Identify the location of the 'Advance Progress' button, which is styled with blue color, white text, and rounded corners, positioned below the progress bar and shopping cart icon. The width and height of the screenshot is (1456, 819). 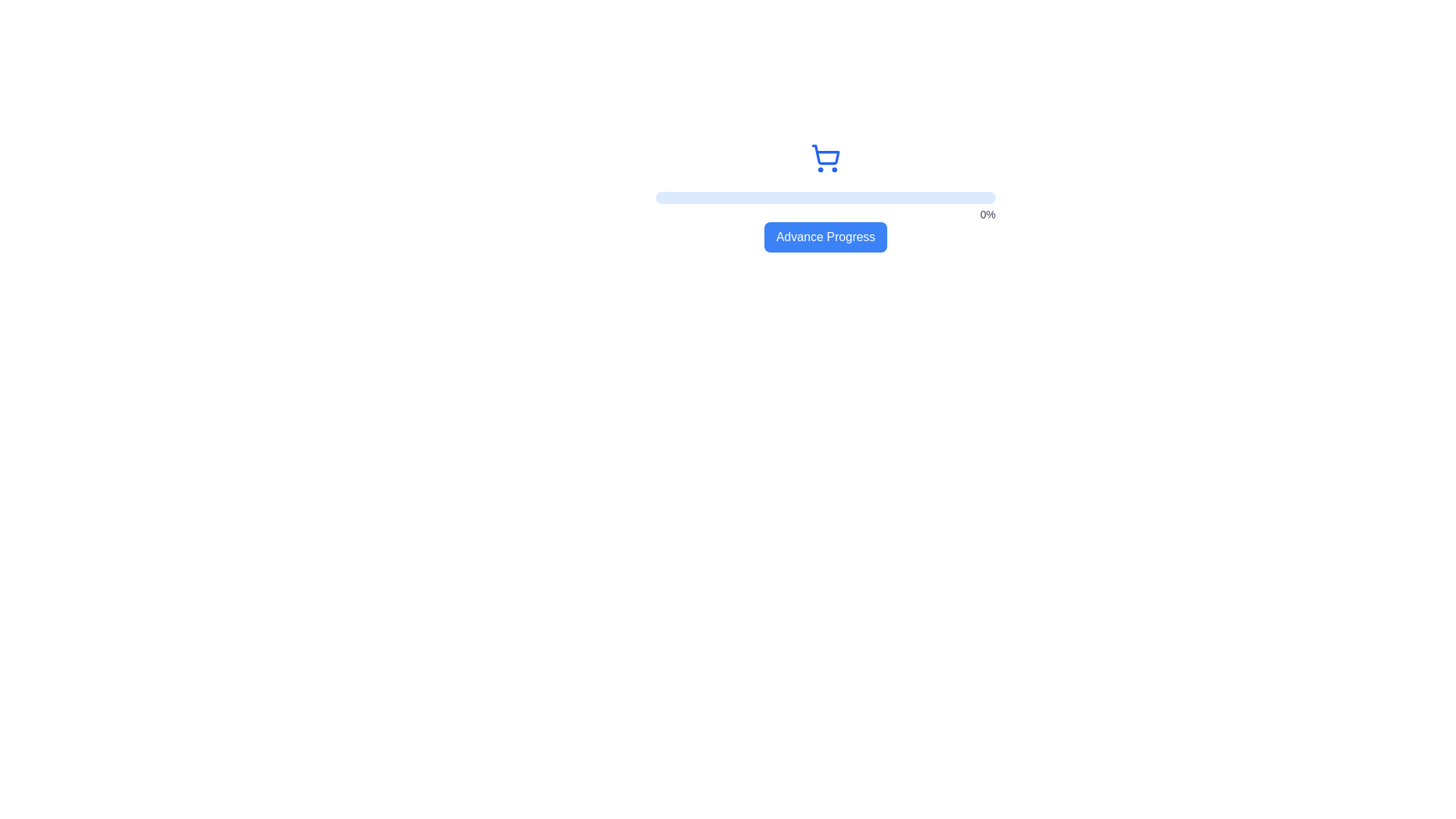
(825, 237).